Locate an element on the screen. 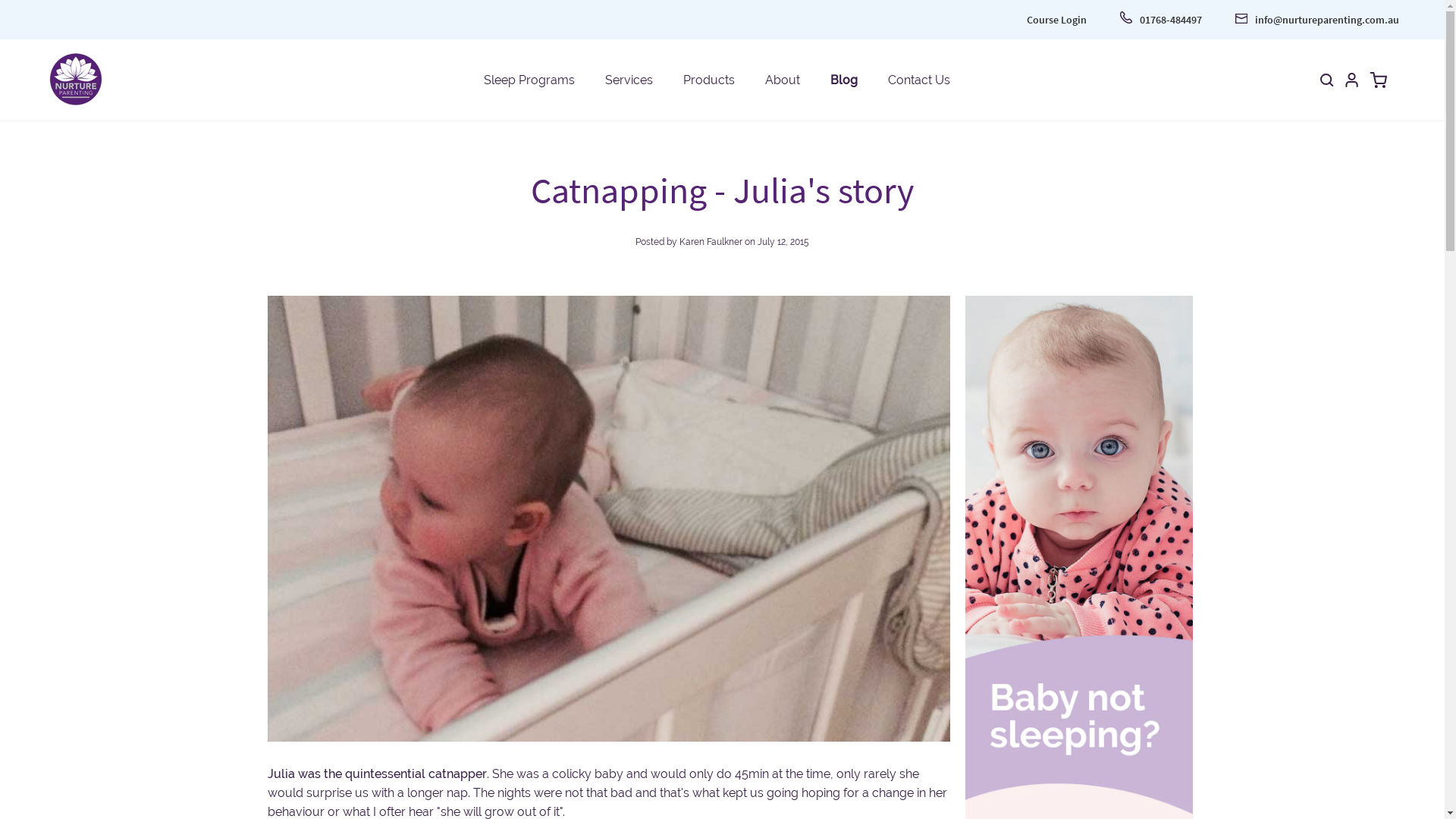 Image resolution: width=1456 pixels, height=819 pixels. 'About' is located at coordinates (782, 79).